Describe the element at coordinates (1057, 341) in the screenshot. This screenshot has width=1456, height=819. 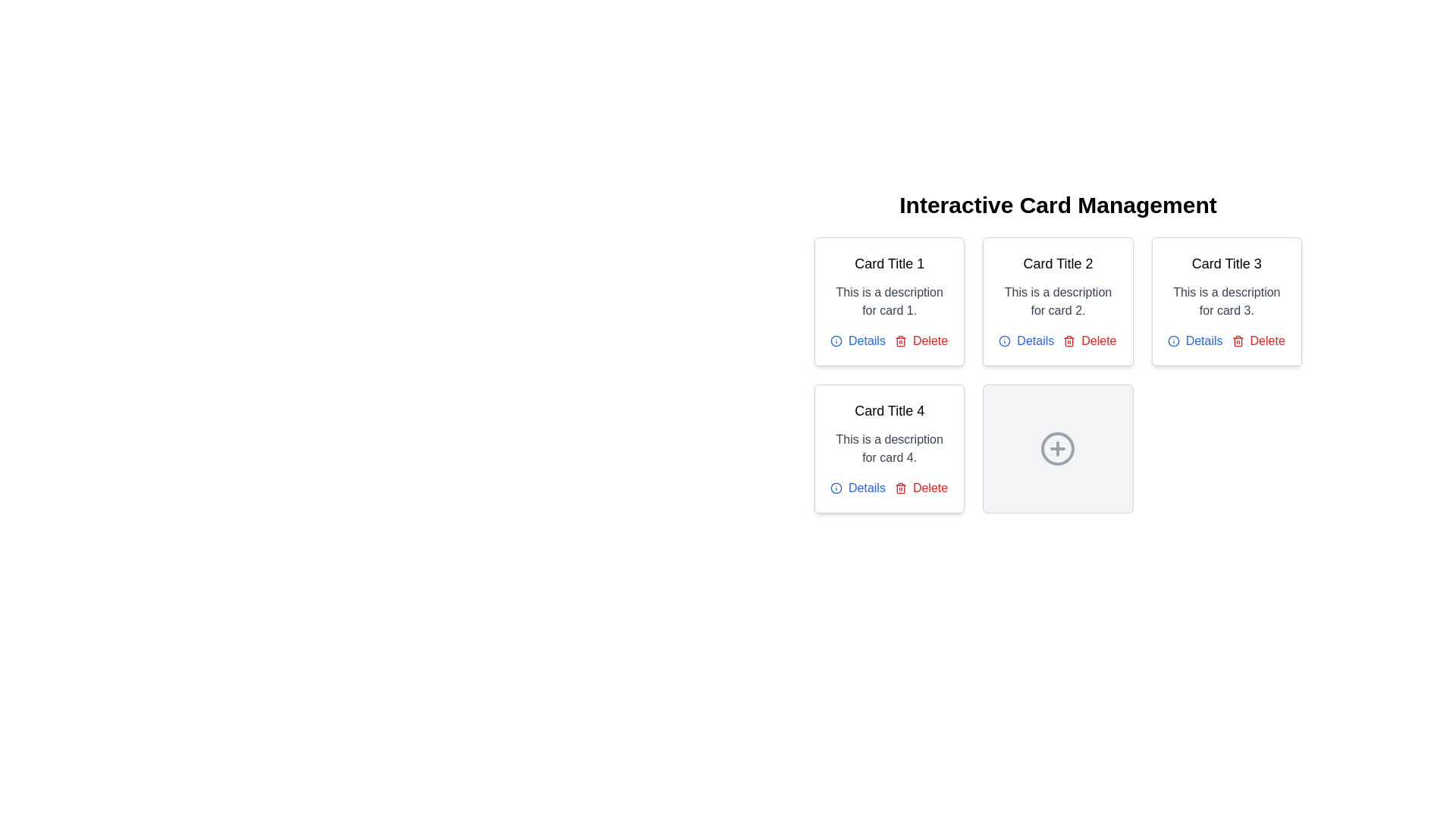
I see `the 'Details' option in the Button Group (Interactive Text Options) to trigger the underline styling` at that location.